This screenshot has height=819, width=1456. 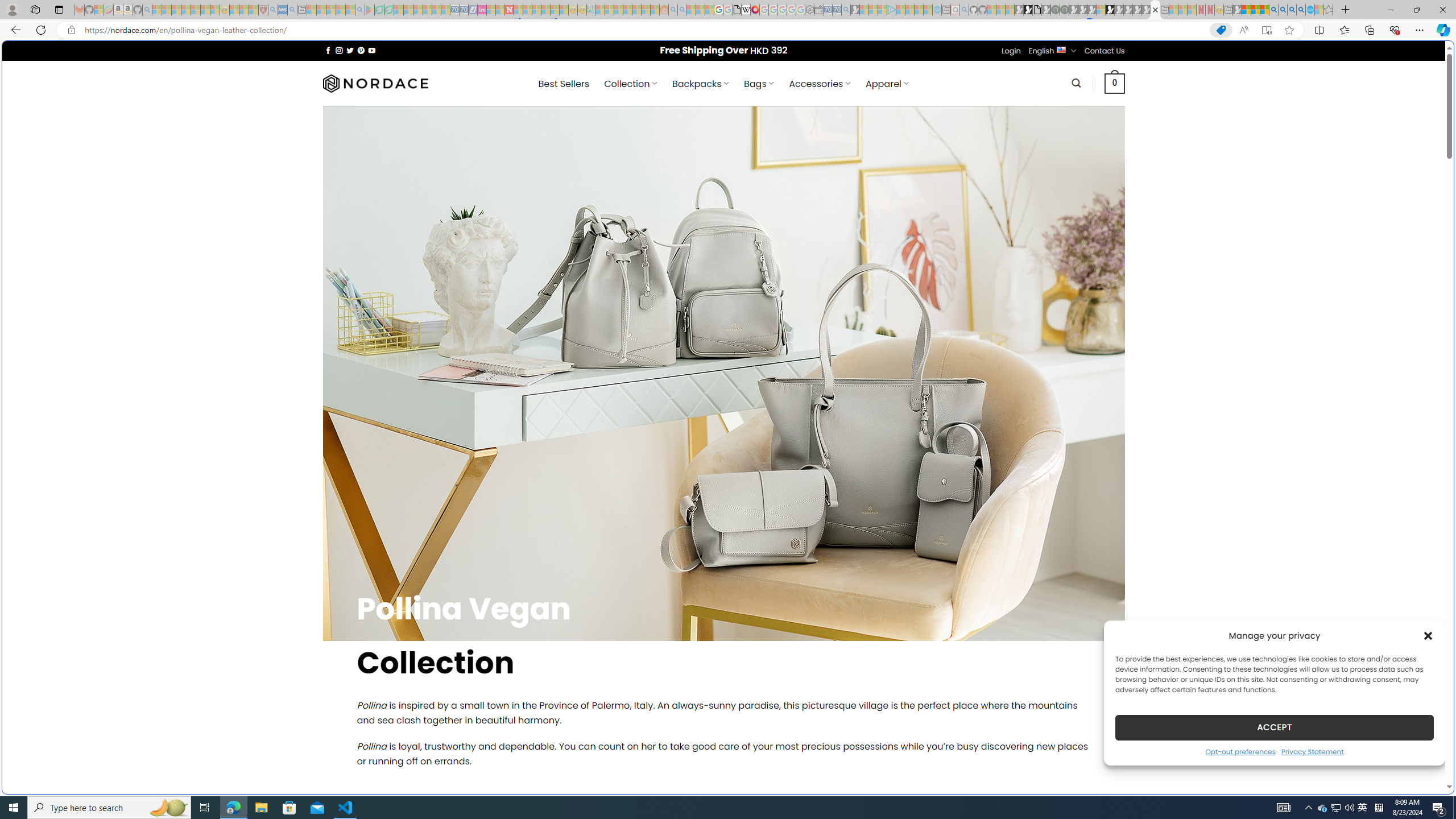 What do you see at coordinates (1312, 751) in the screenshot?
I see `'Privacy Statement'` at bounding box center [1312, 751].